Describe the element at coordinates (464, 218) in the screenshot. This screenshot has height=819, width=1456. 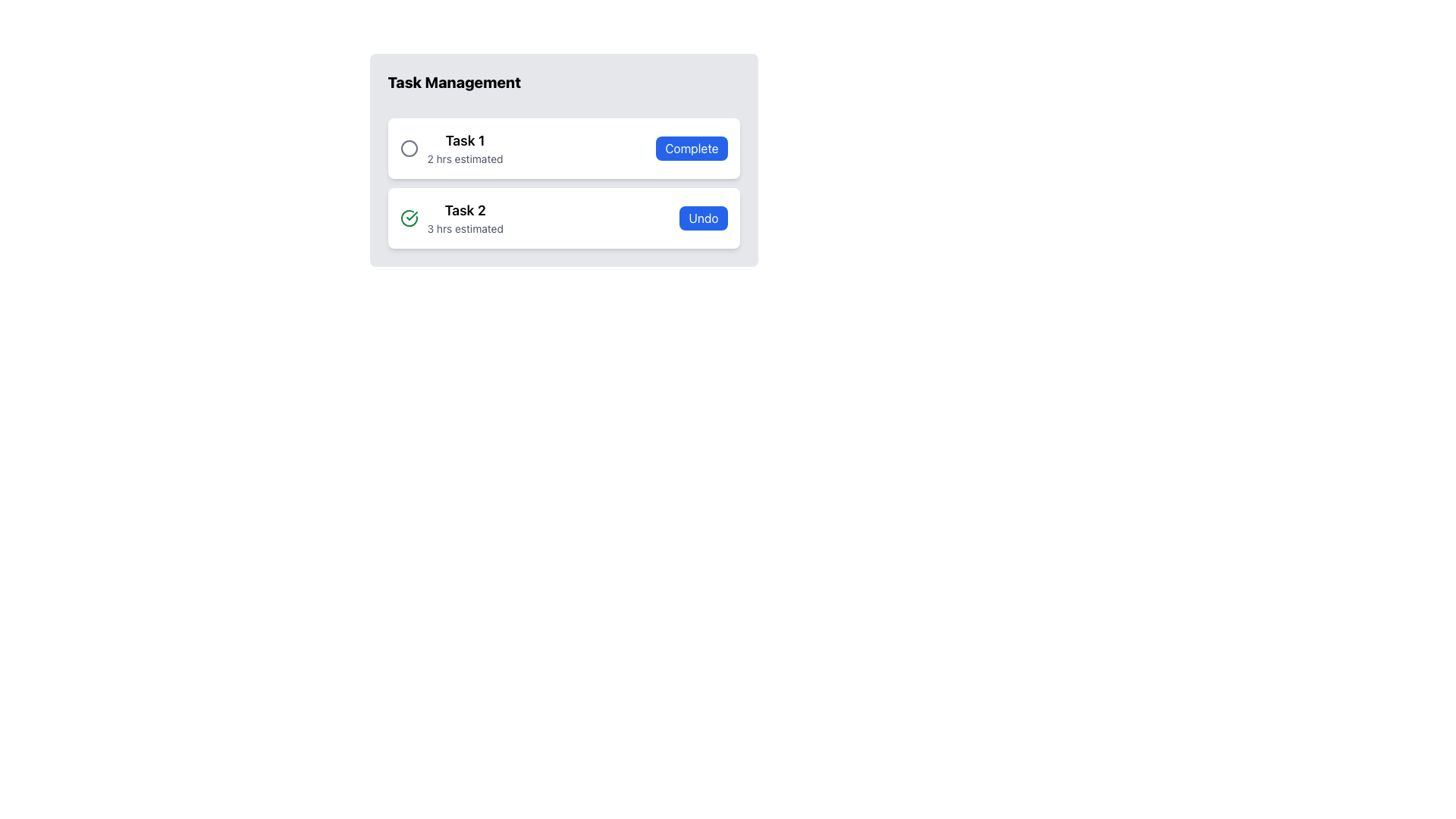
I see `the textual label that provides the title and estimated time for a specific task, located in the lower portion of the second task entry in a vertical list, to the right of a completed task icon` at that location.